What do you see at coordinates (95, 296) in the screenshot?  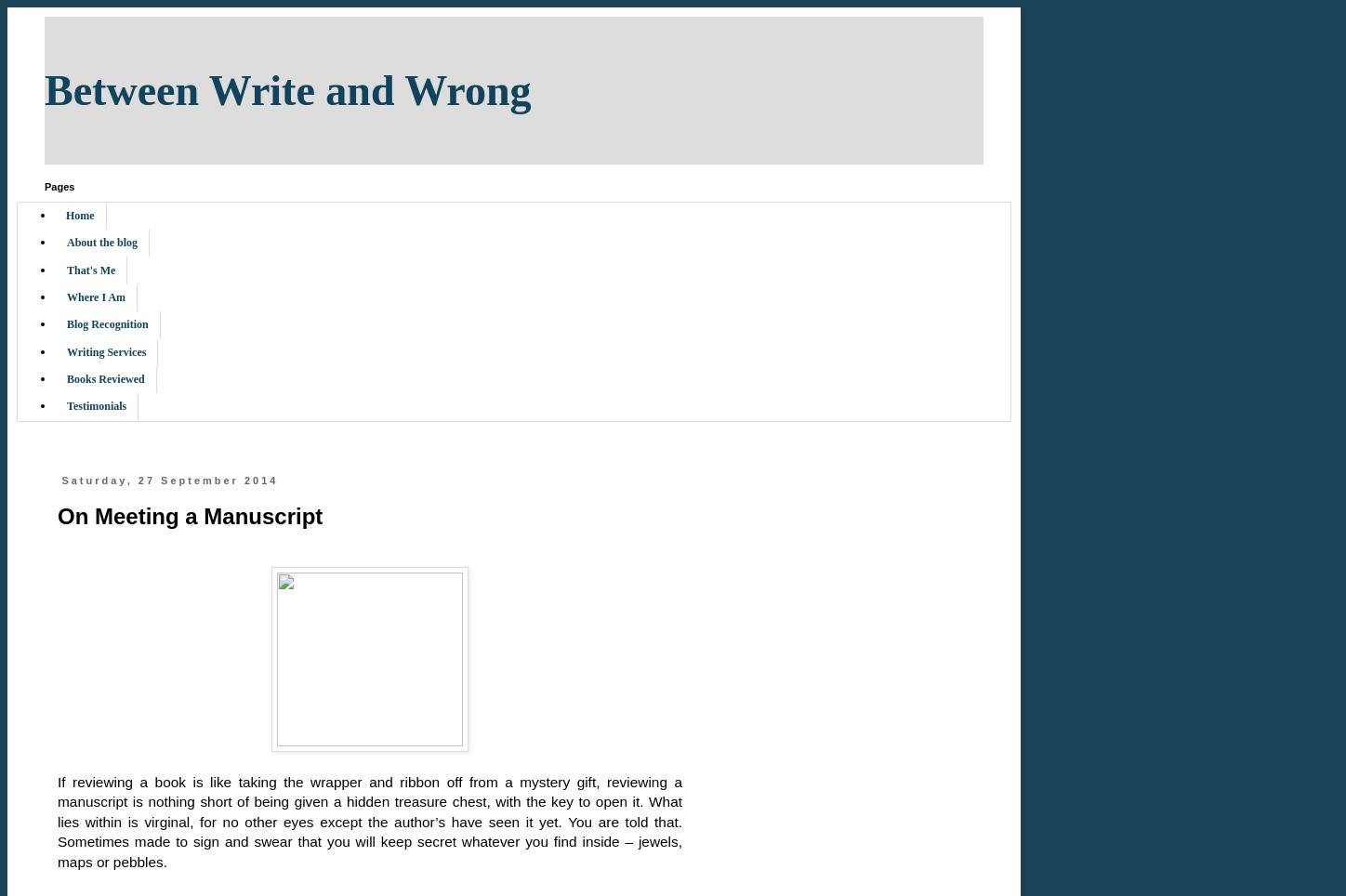 I see `'Where I Am'` at bounding box center [95, 296].